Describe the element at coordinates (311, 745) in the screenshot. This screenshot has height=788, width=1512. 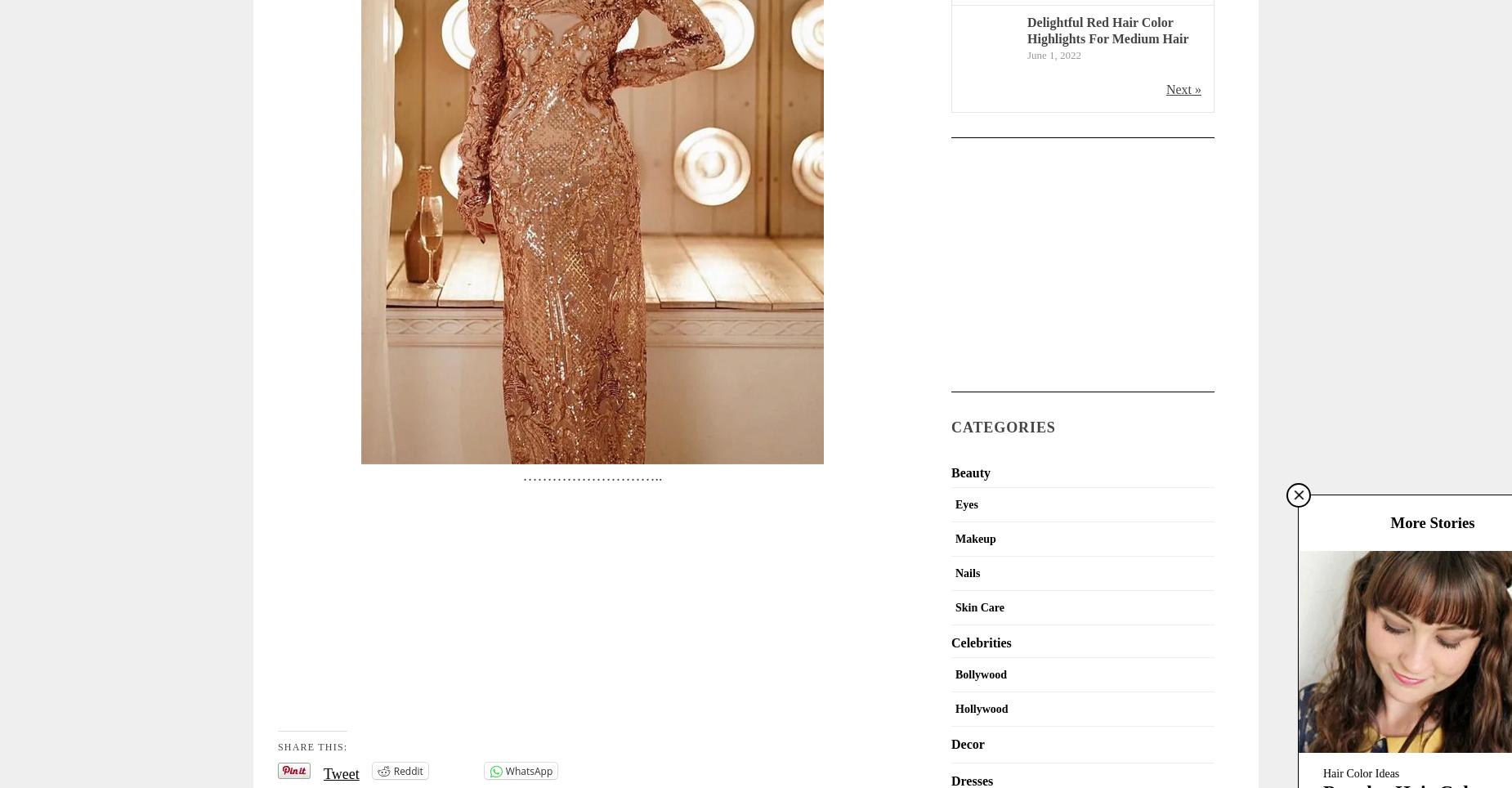
I see `'Share this:'` at that location.